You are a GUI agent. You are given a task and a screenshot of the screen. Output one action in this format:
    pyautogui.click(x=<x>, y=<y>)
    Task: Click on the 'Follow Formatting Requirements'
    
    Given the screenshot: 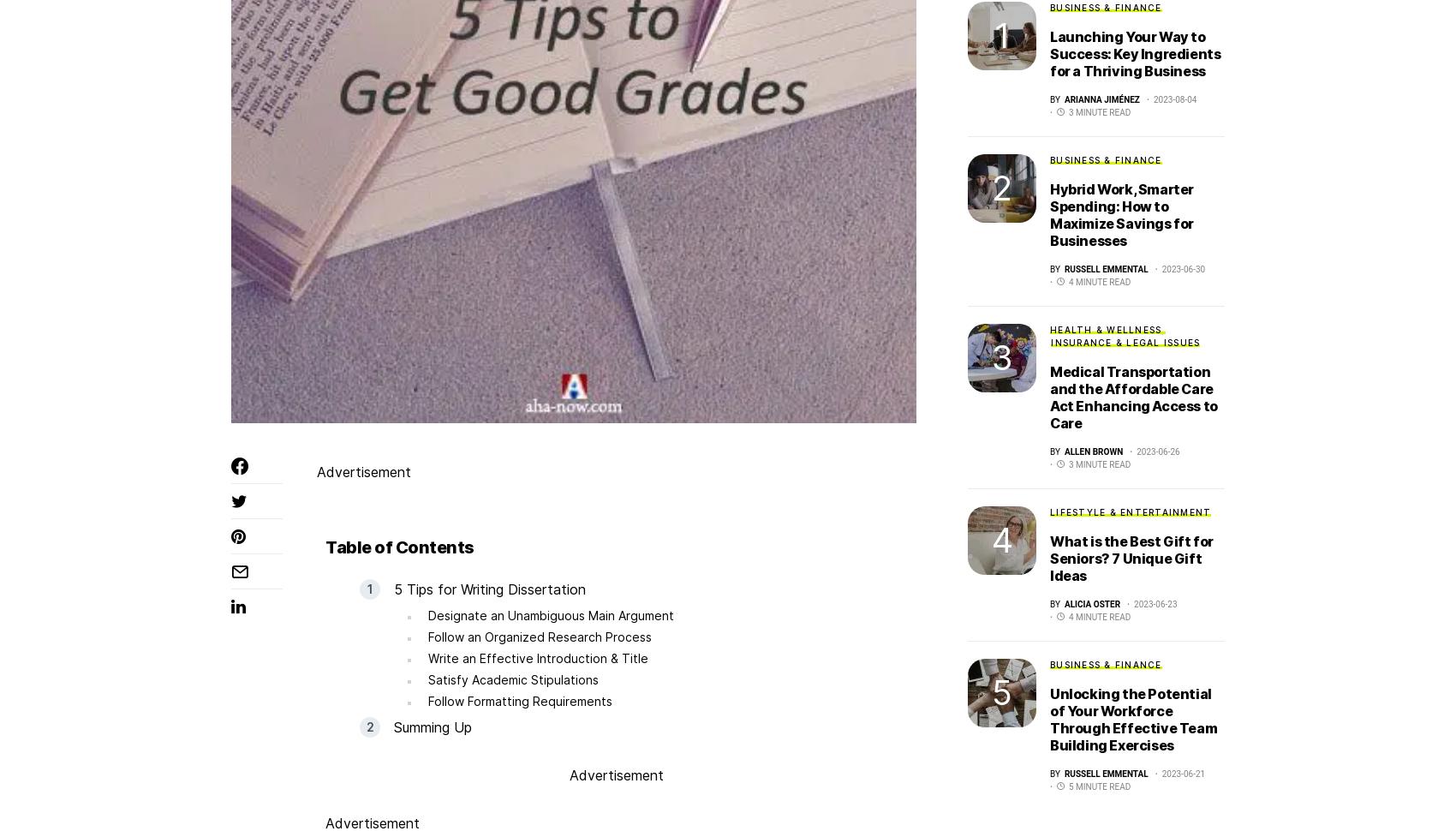 What is the action you would take?
    pyautogui.click(x=519, y=701)
    